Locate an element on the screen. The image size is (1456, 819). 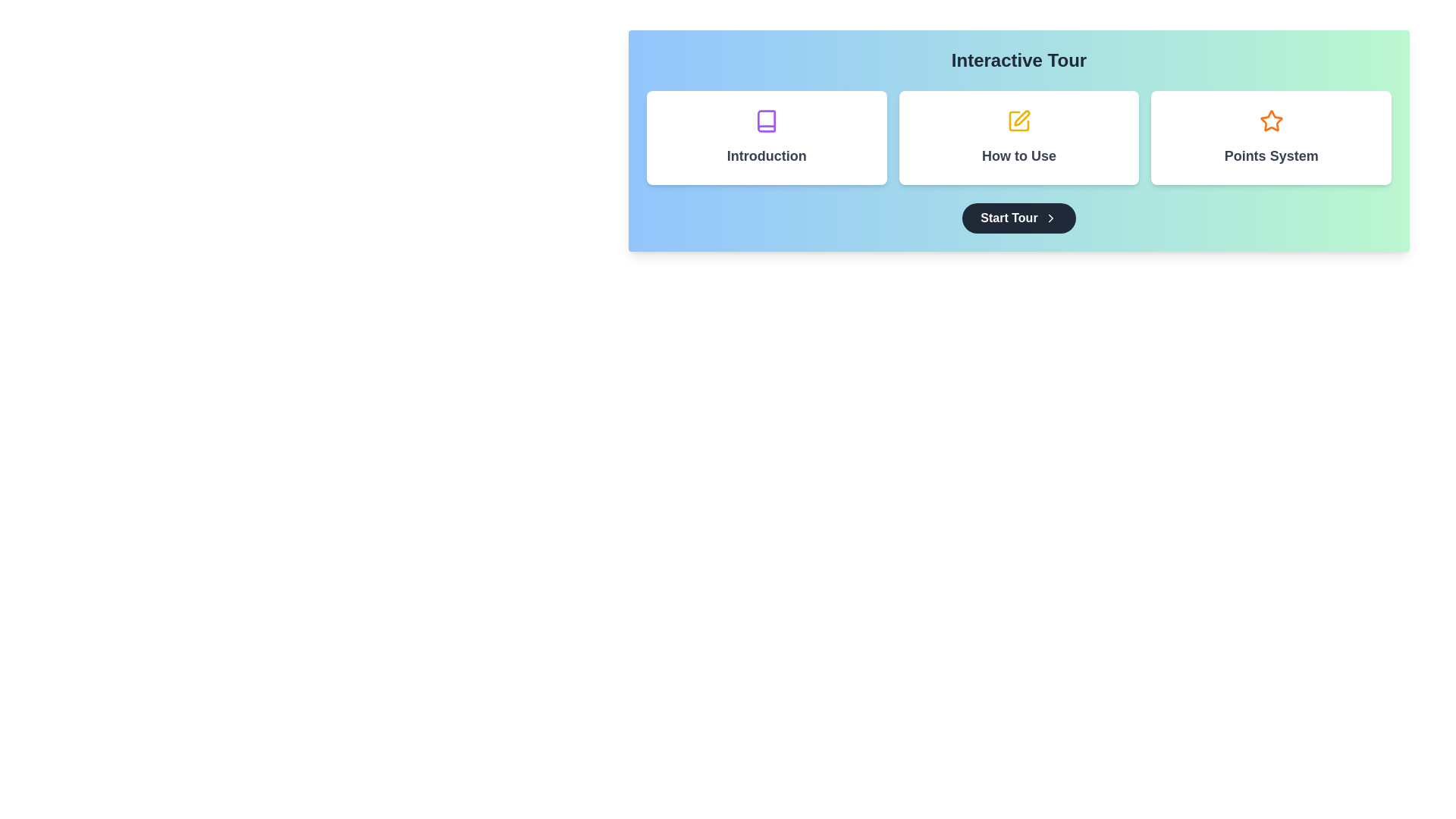
the purple-colored book icon located at the top-center of the 'Introduction' card in the upper section of the interface is located at coordinates (767, 120).